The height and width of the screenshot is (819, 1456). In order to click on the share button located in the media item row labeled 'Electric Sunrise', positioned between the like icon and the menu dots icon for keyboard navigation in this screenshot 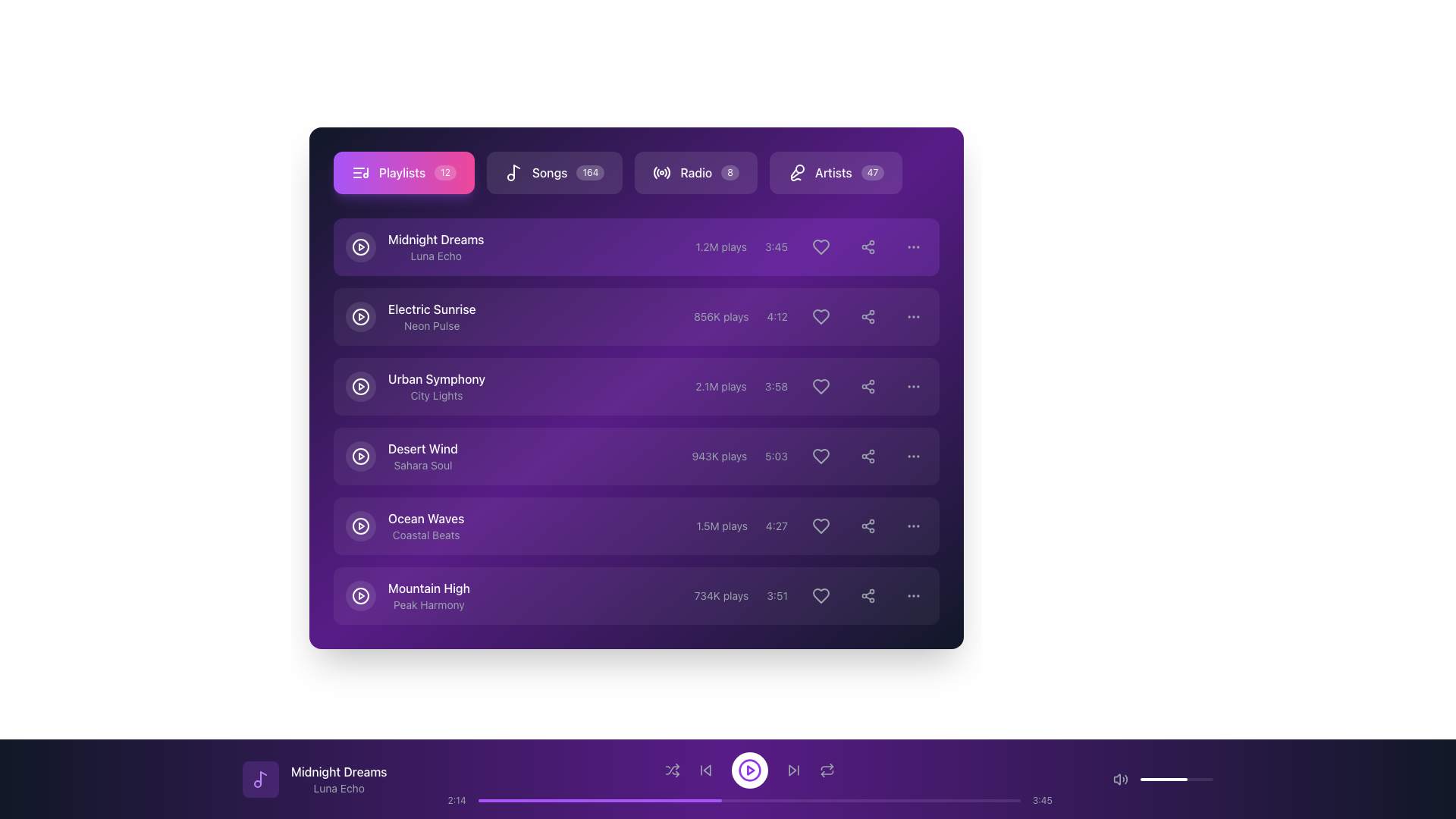, I will do `click(868, 315)`.